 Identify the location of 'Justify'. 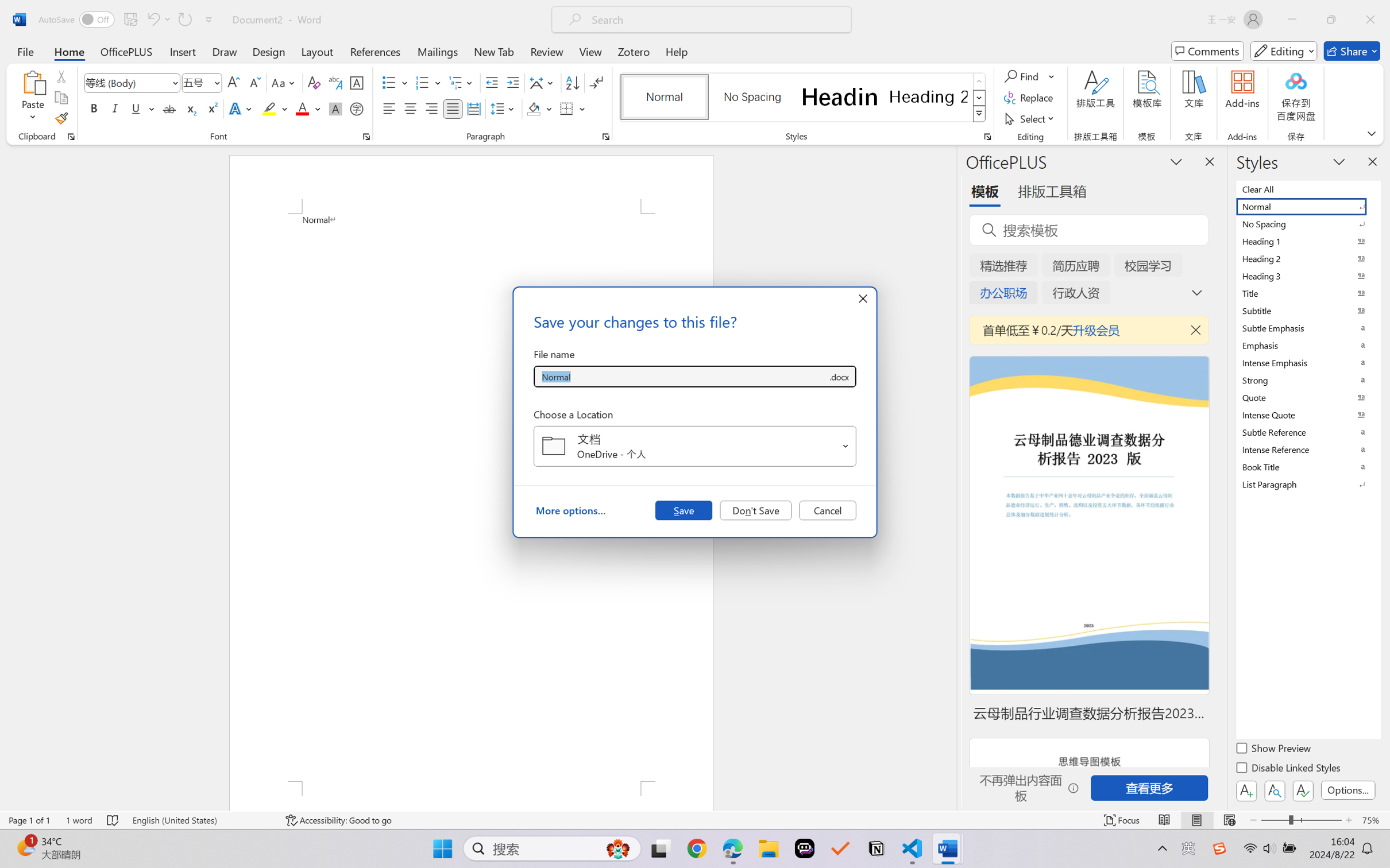
(452, 108).